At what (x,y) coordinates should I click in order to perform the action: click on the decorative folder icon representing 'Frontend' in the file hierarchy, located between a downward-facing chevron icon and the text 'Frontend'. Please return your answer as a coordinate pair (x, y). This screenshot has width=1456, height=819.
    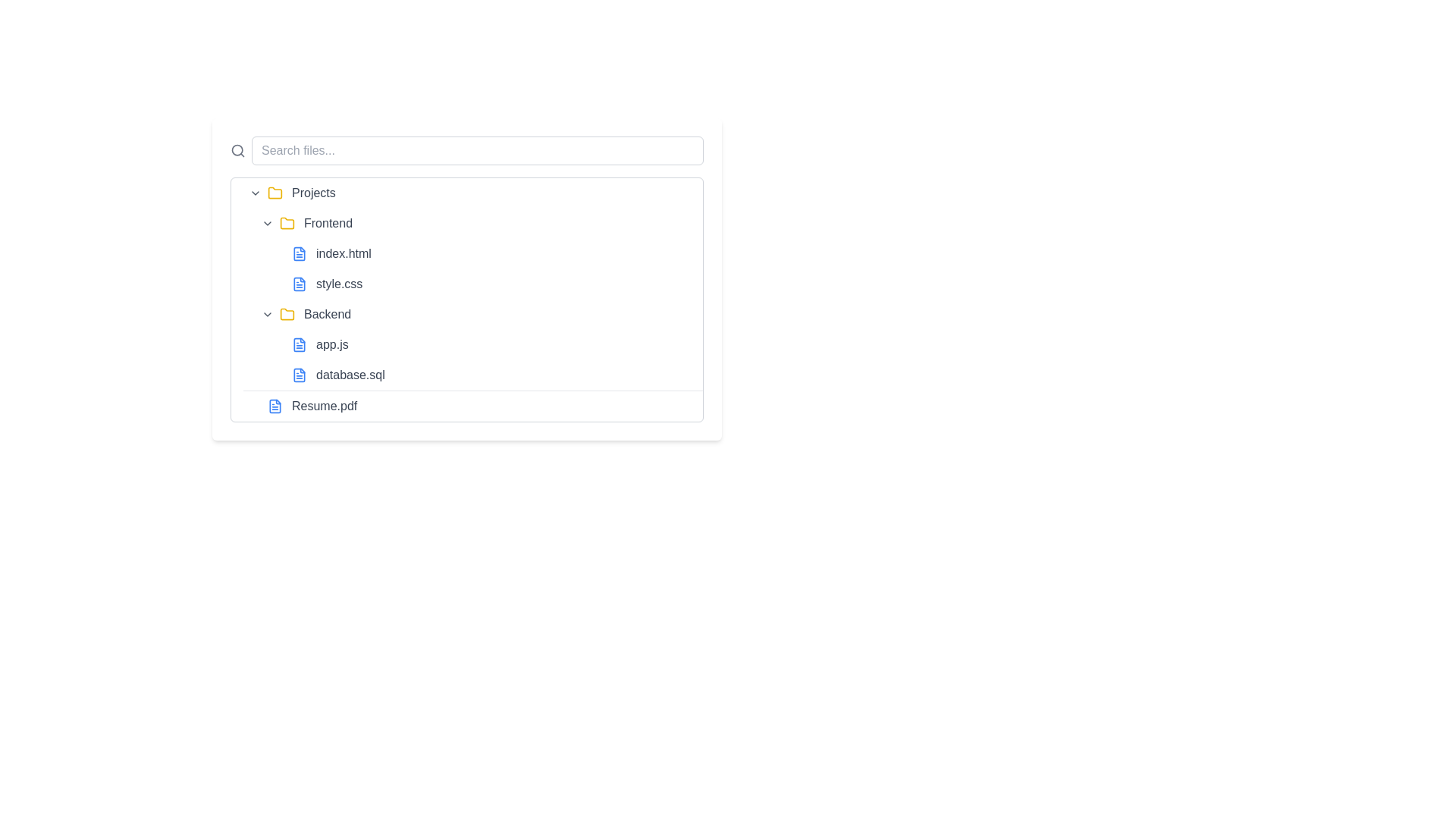
    Looking at the image, I should click on (287, 223).